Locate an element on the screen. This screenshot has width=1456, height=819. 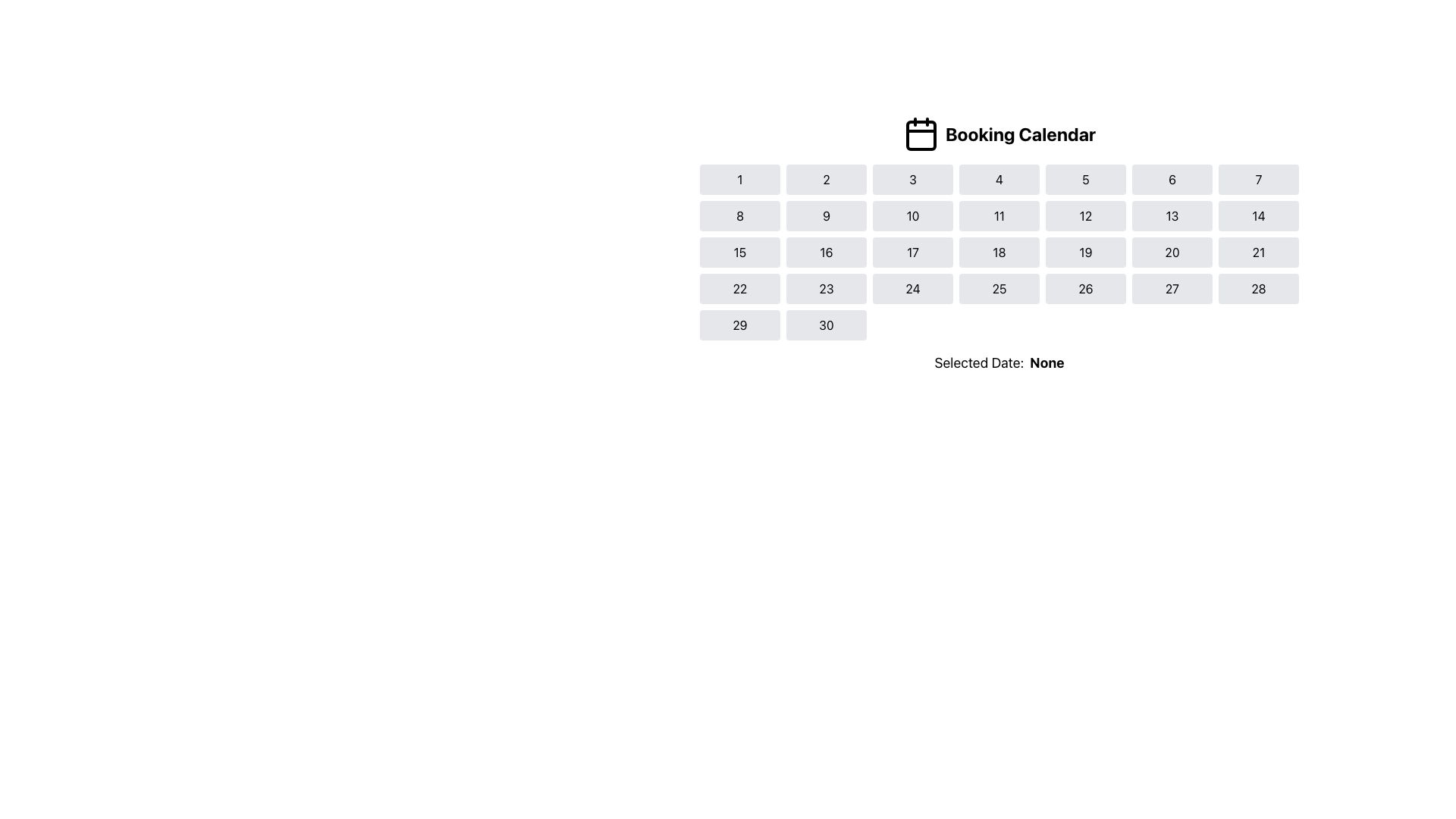
the button labeled '12' which is a rectangular button with rounded corners, styled with a light gray background and displaying the numeric text '12' in a black font, located in the second row and fifth column of a grid layout is located at coordinates (1084, 216).